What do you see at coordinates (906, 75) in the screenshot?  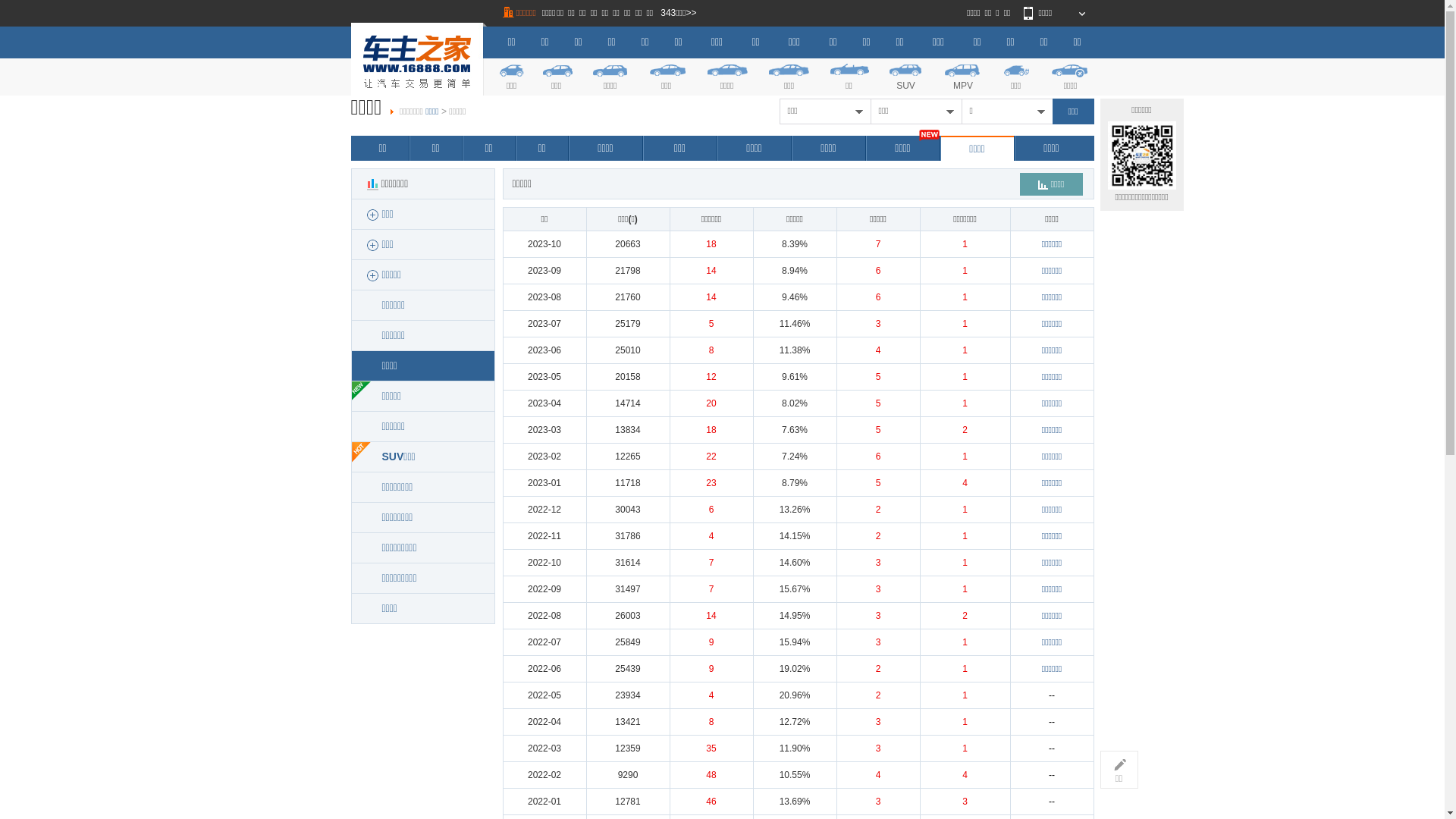 I see `'SUV'` at bounding box center [906, 75].